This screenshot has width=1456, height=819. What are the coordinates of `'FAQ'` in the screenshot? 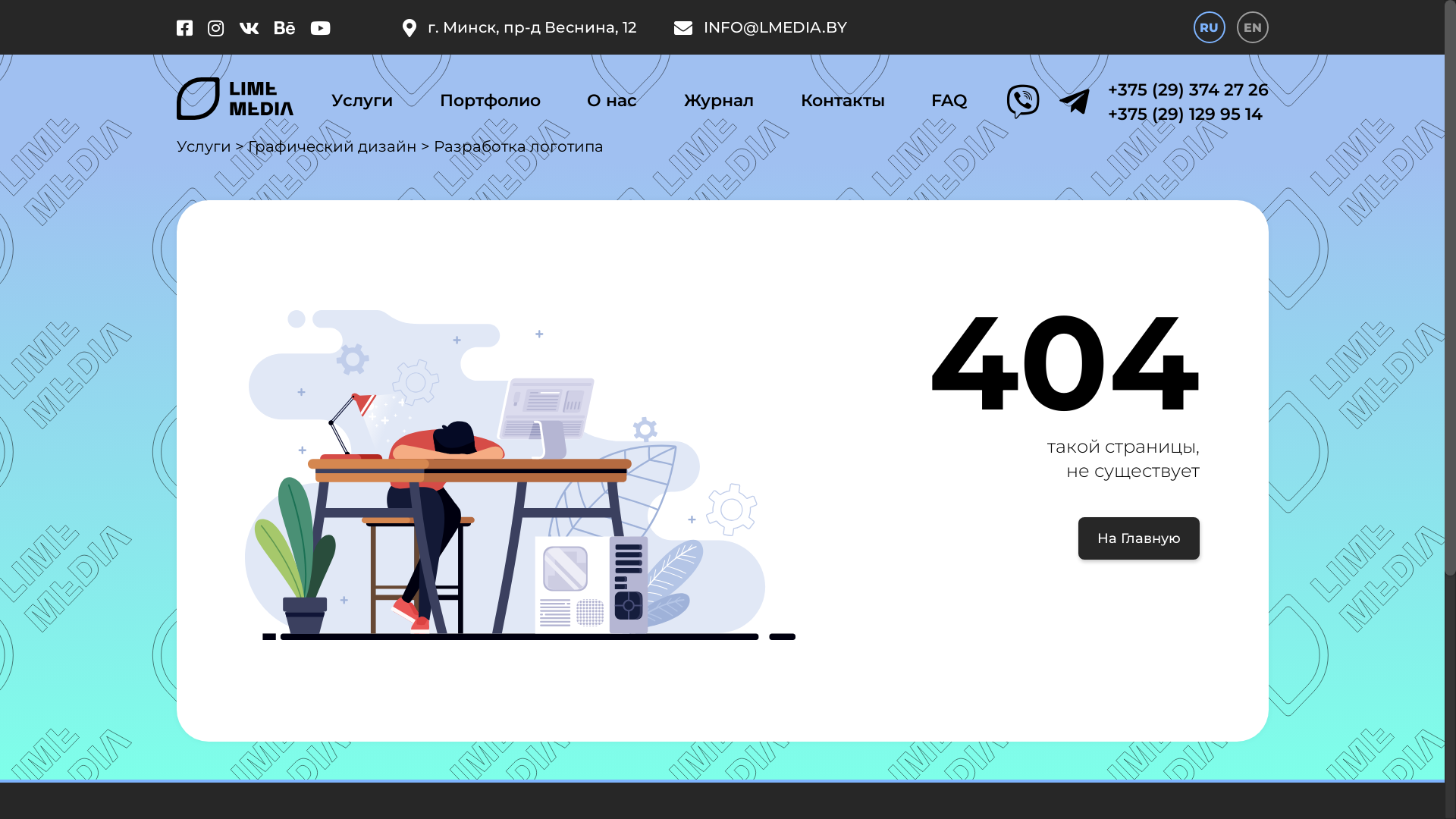 It's located at (949, 102).